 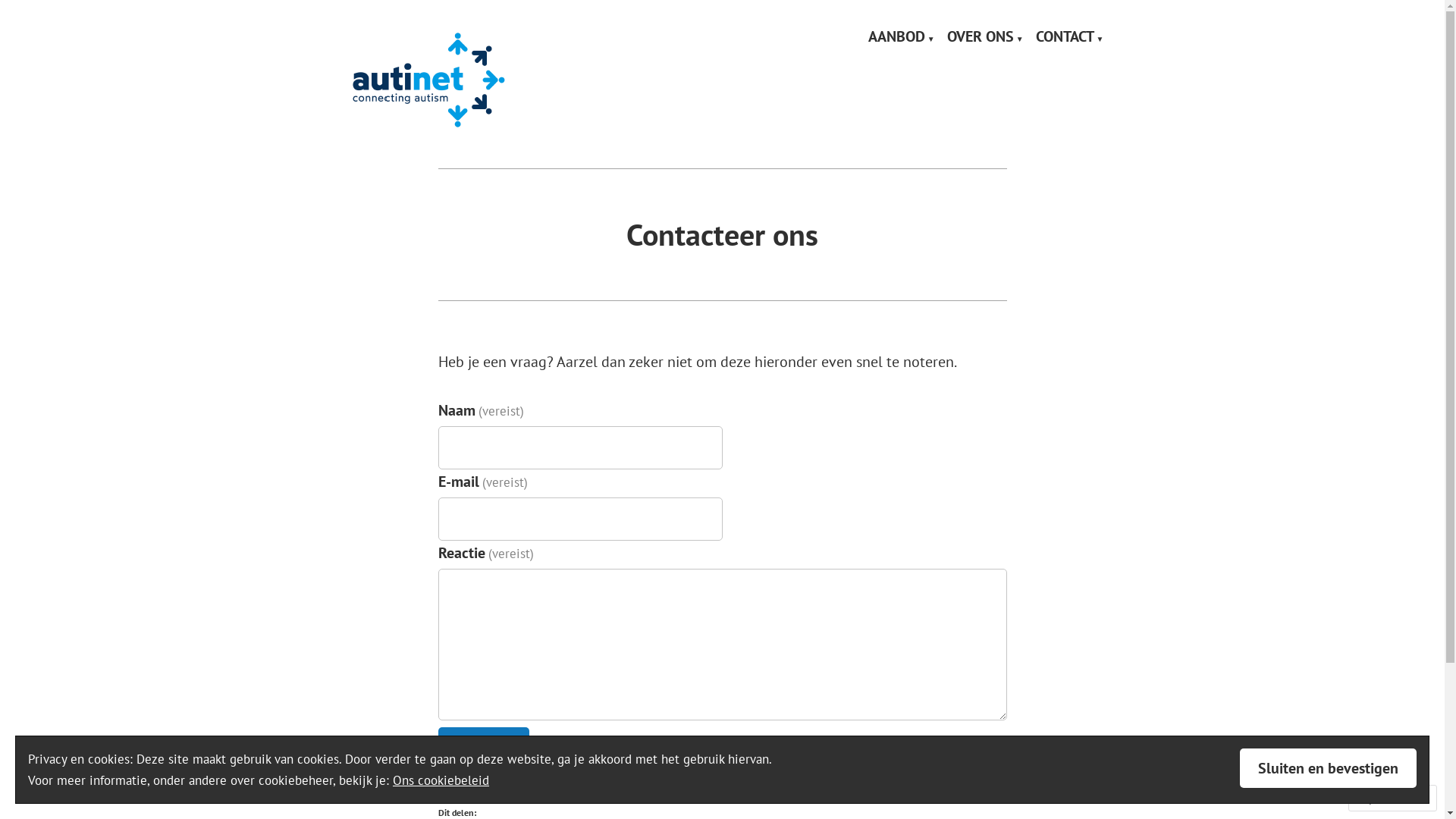 I want to click on 'AANBOD', so click(x=868, y=36).